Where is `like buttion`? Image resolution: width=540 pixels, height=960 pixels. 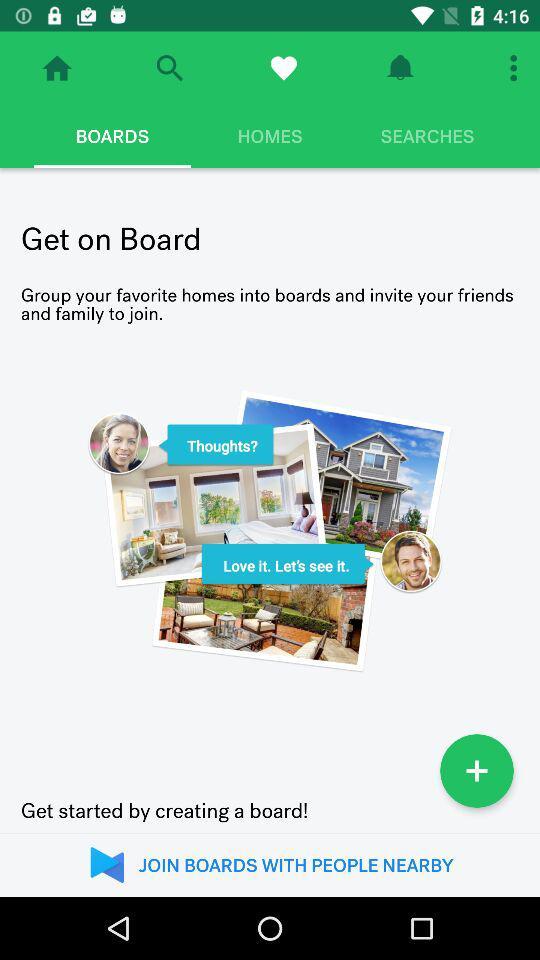 like buttion is located at coordinates (282, 68).